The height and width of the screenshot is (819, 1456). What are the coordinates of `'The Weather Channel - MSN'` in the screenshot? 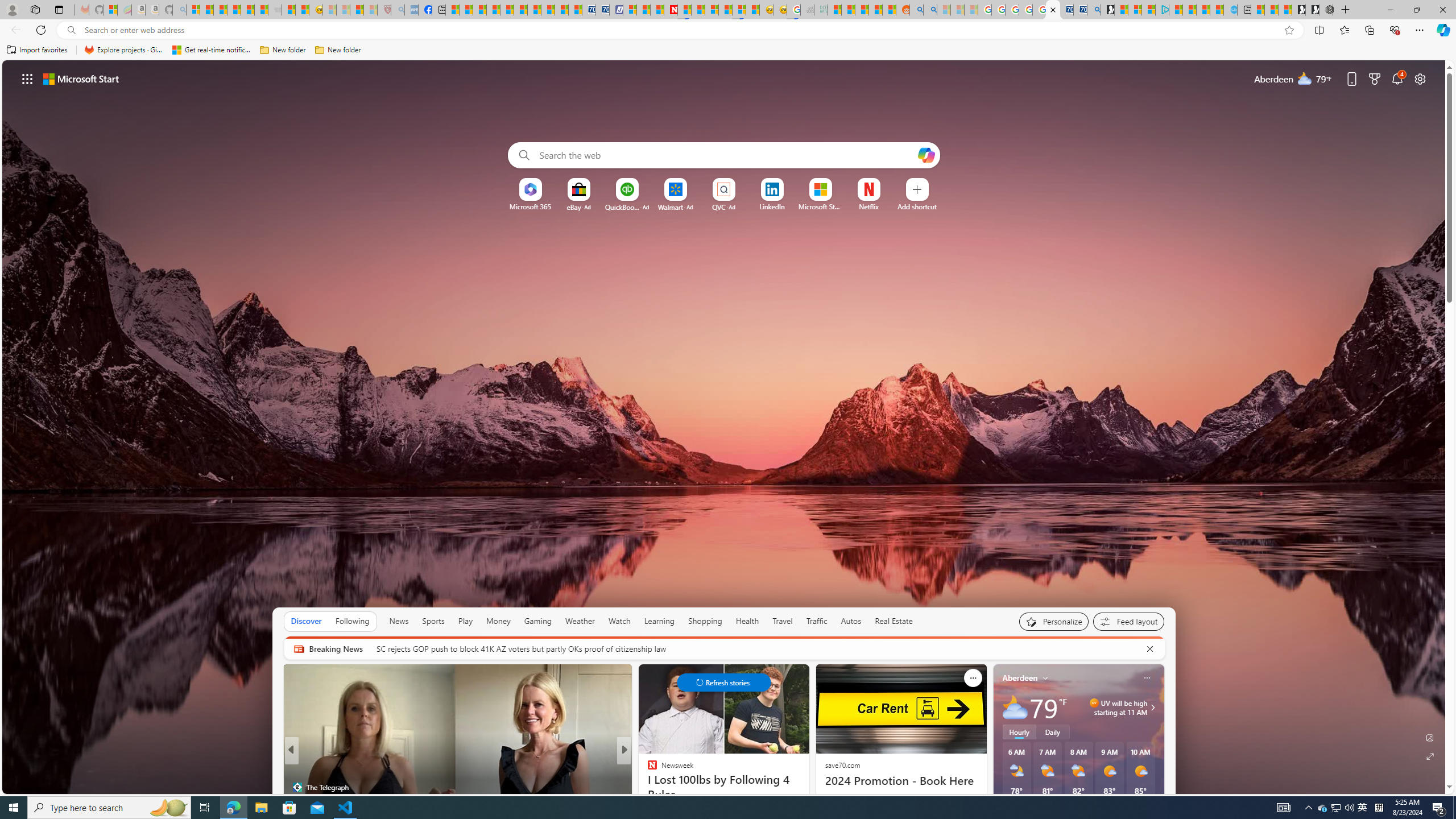 It's located at (220, 9).